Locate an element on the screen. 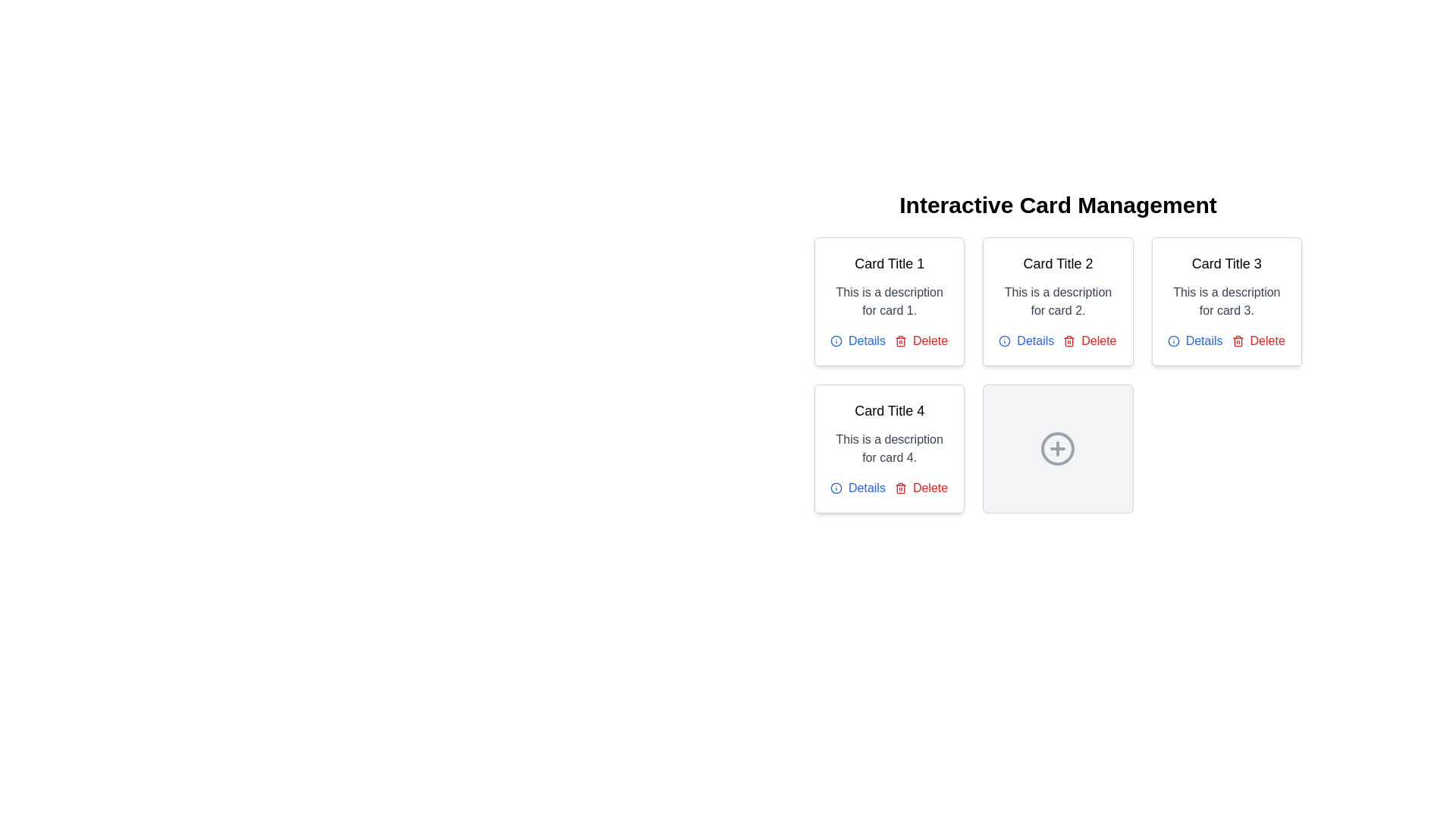 The height and width of the screenshot is (819, 1456). the circular icon with a blue outline and an 'i' symbol, which is part of the 'Details' link text in the fourth card is located at coordinates (836, 488).